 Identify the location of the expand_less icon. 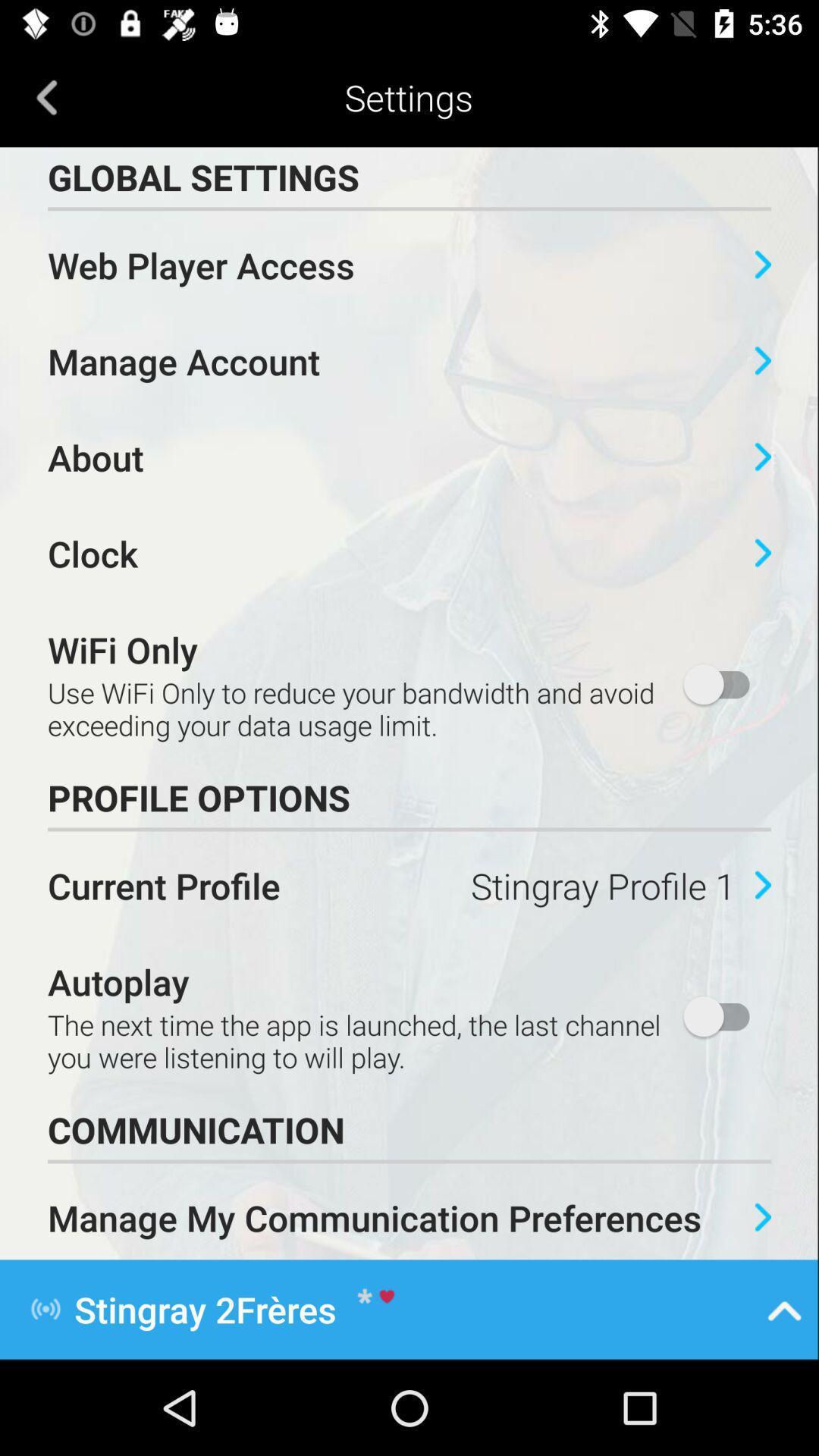
(784, 1308).